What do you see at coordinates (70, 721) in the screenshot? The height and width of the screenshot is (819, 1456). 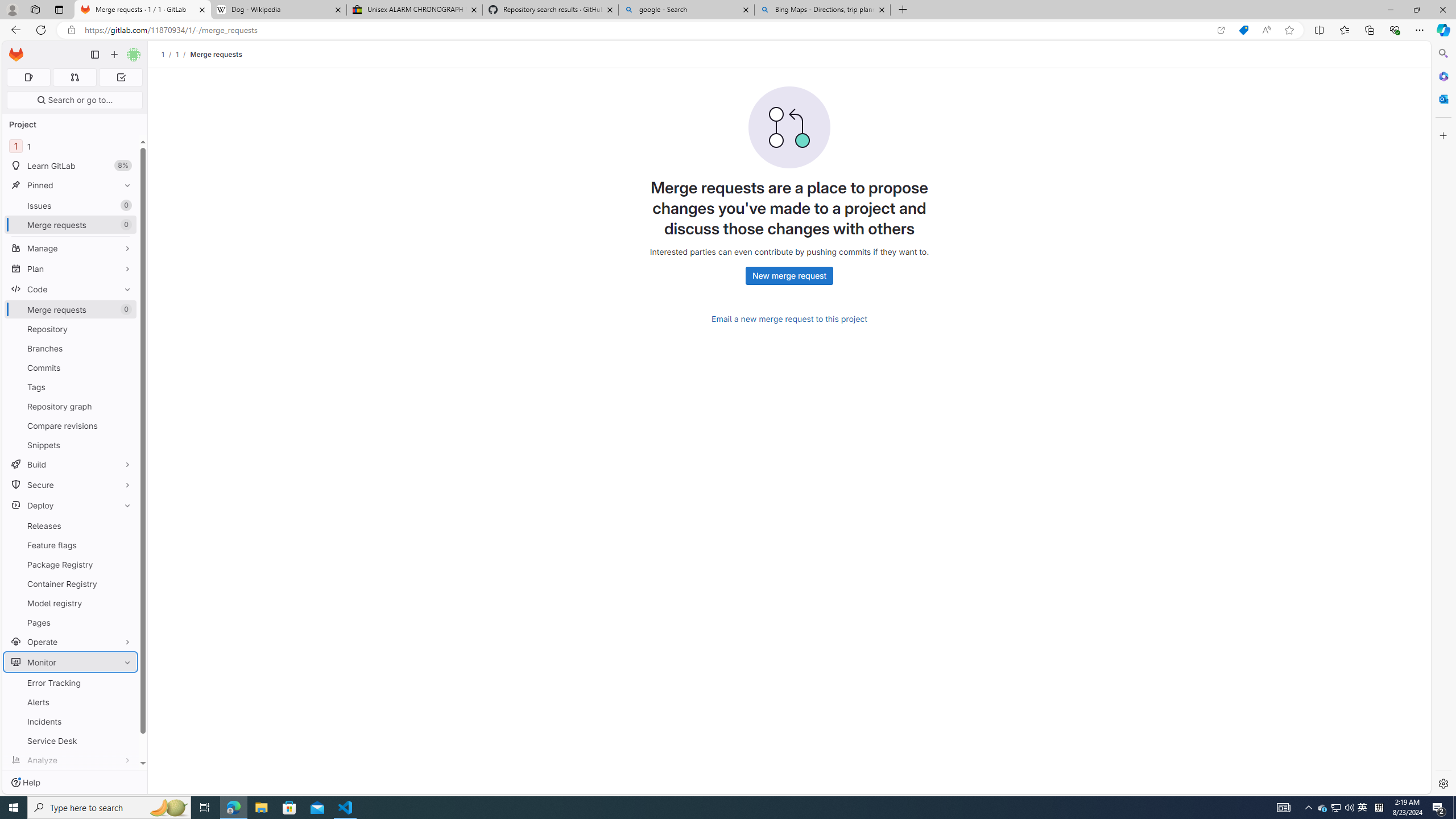 I see `'Incidents'` at bounding box center [70, 721].